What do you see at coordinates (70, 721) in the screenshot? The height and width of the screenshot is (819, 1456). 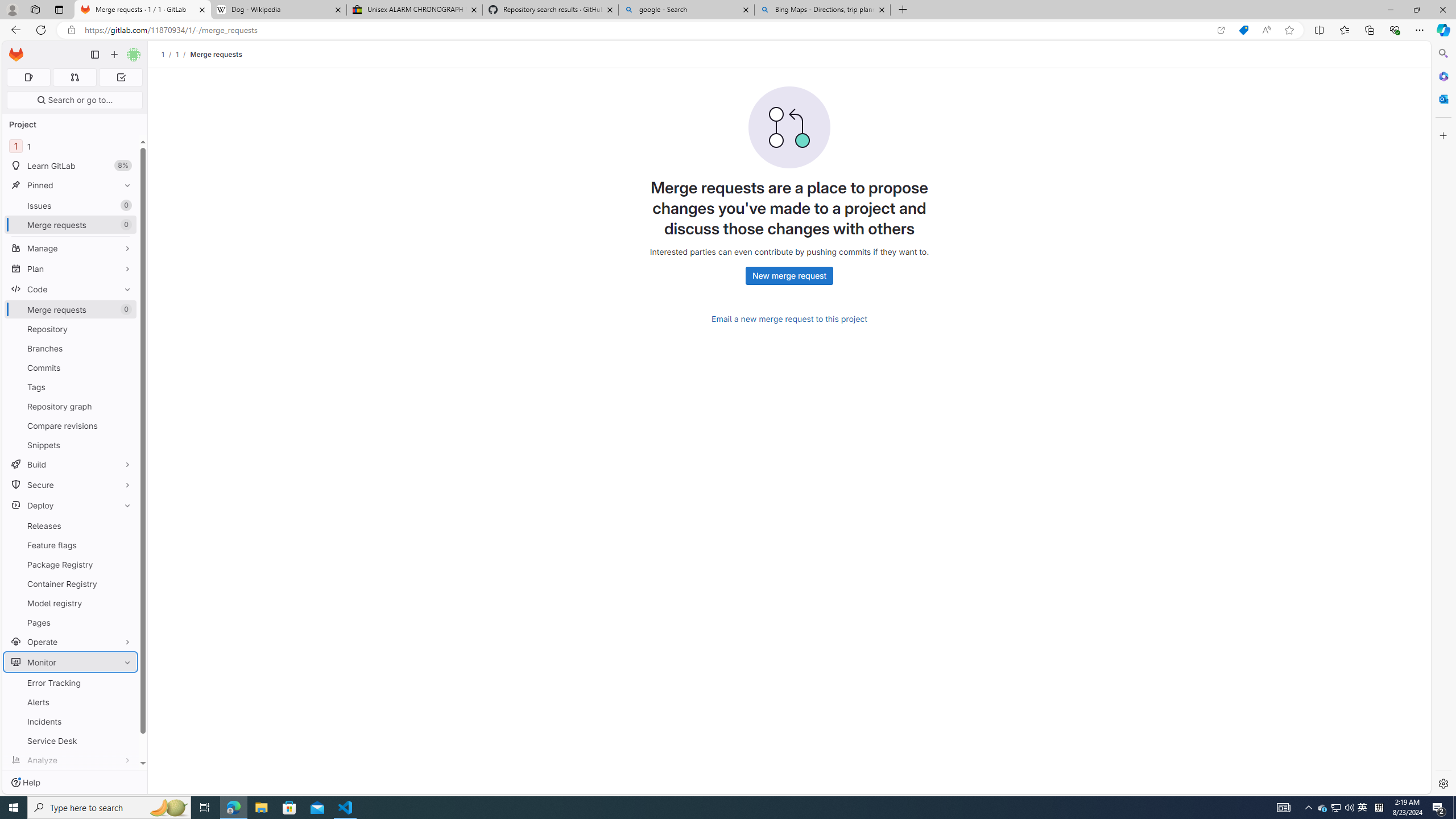 I see `'Incidents'` at bounding box center [70, 721].